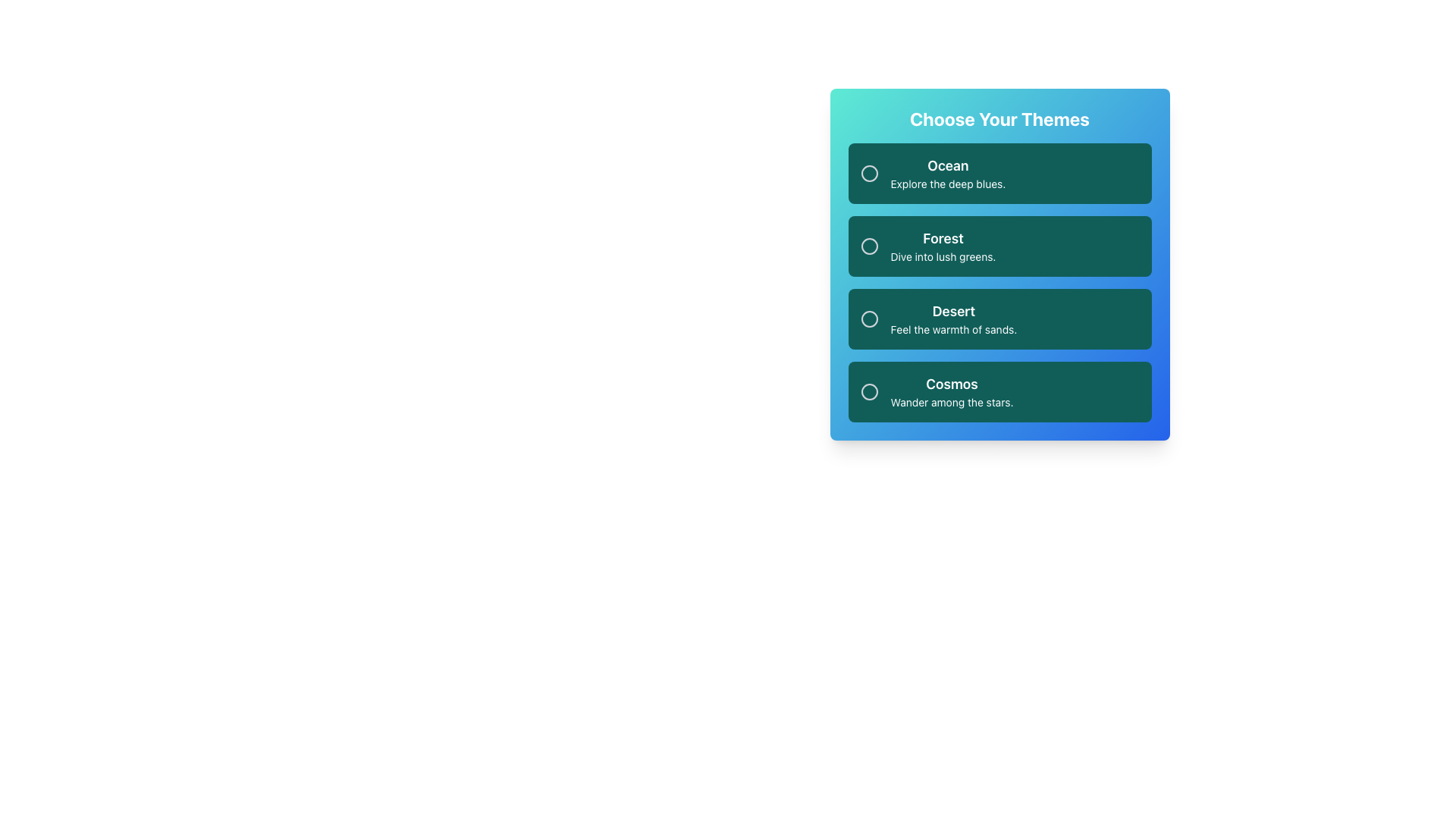 The image size is (1456, 819). What do you see at coordinates (947, 184) in the screenshot?
I see `the static text label that provides additional details about the 'Ocean' theme option, located below the 'Ocean' title text` at bounding box center [947, 184].